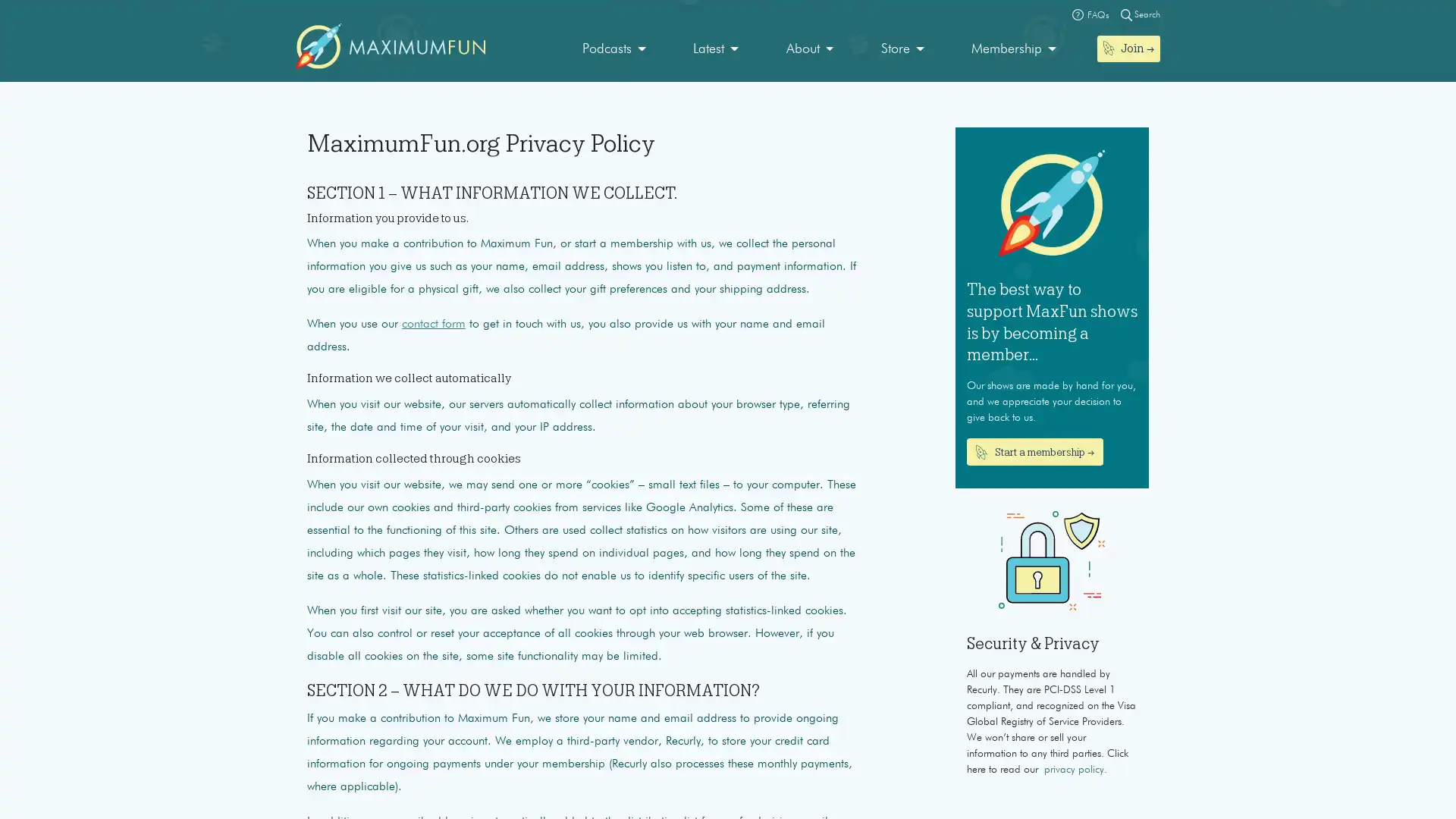  I want to click on Magnifying glass Search, so click(1140, 14).